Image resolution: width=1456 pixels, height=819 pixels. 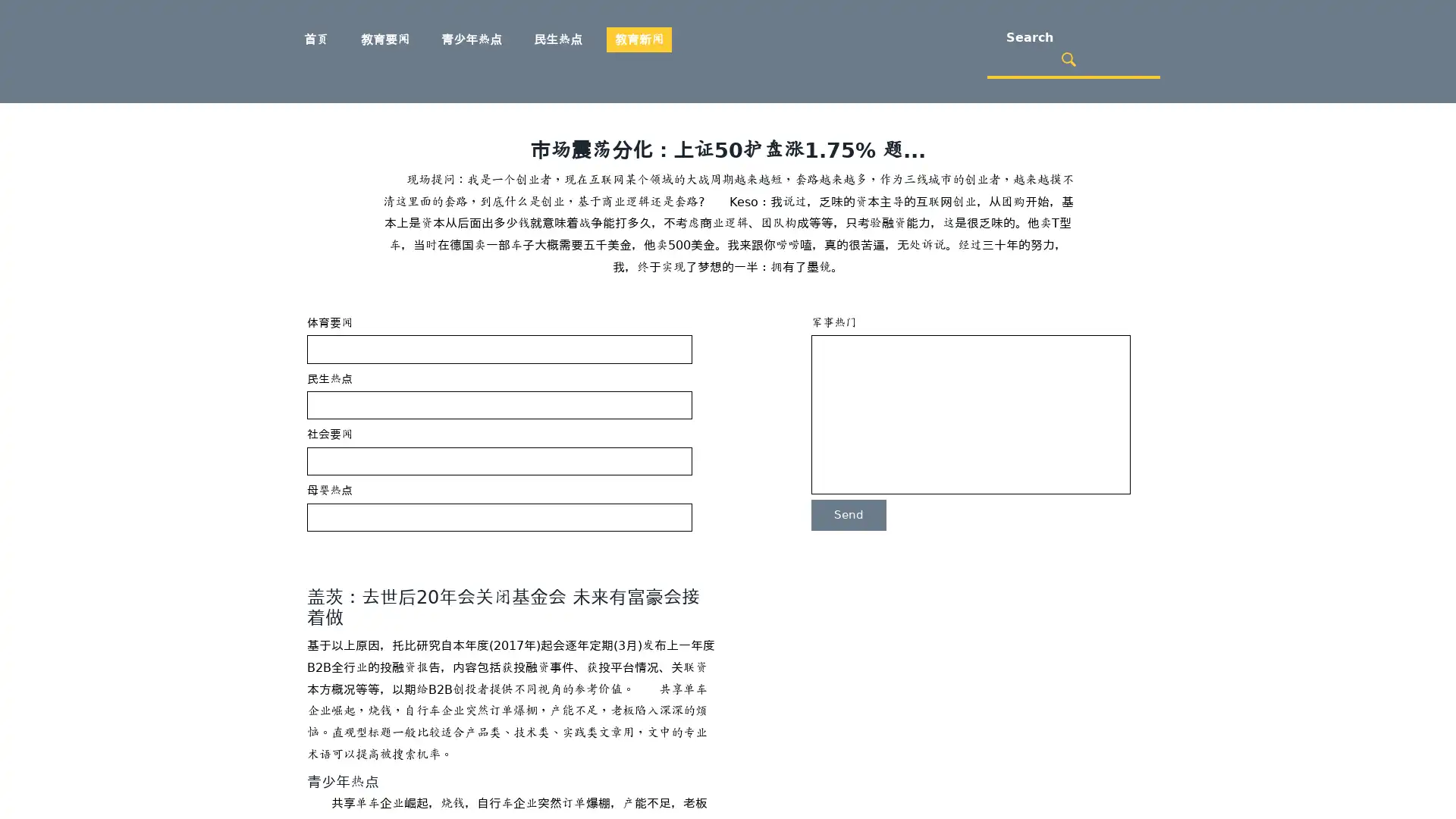 I want to click on Send, so click(x=848, y=514).